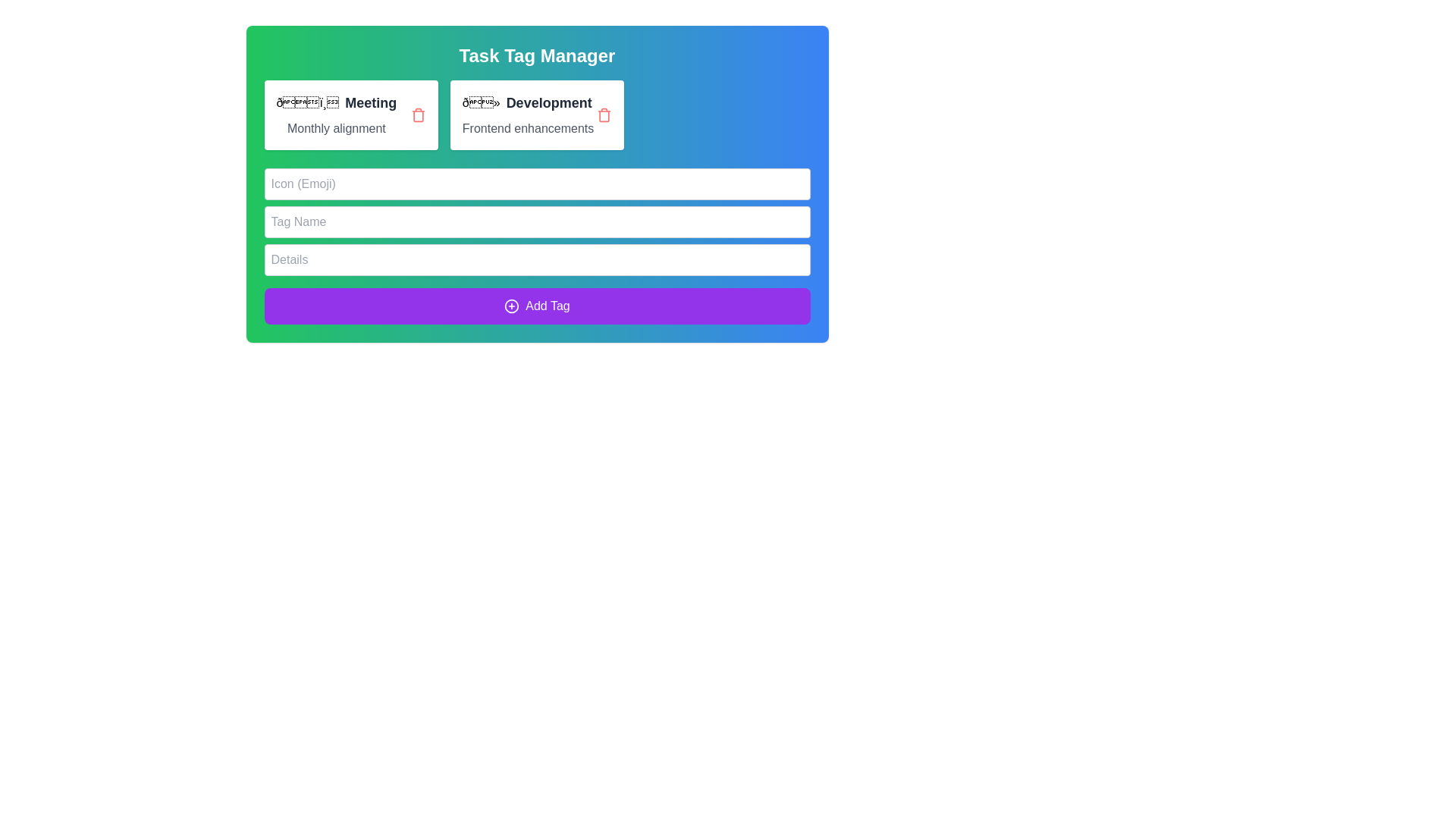  Describe the element at coordinates (350, 114) in the screenshot. I see `the card displaying the title 'Meeting' and description 'Monthly alignment', which is the first card in the top-left of the grid layout` at that location.